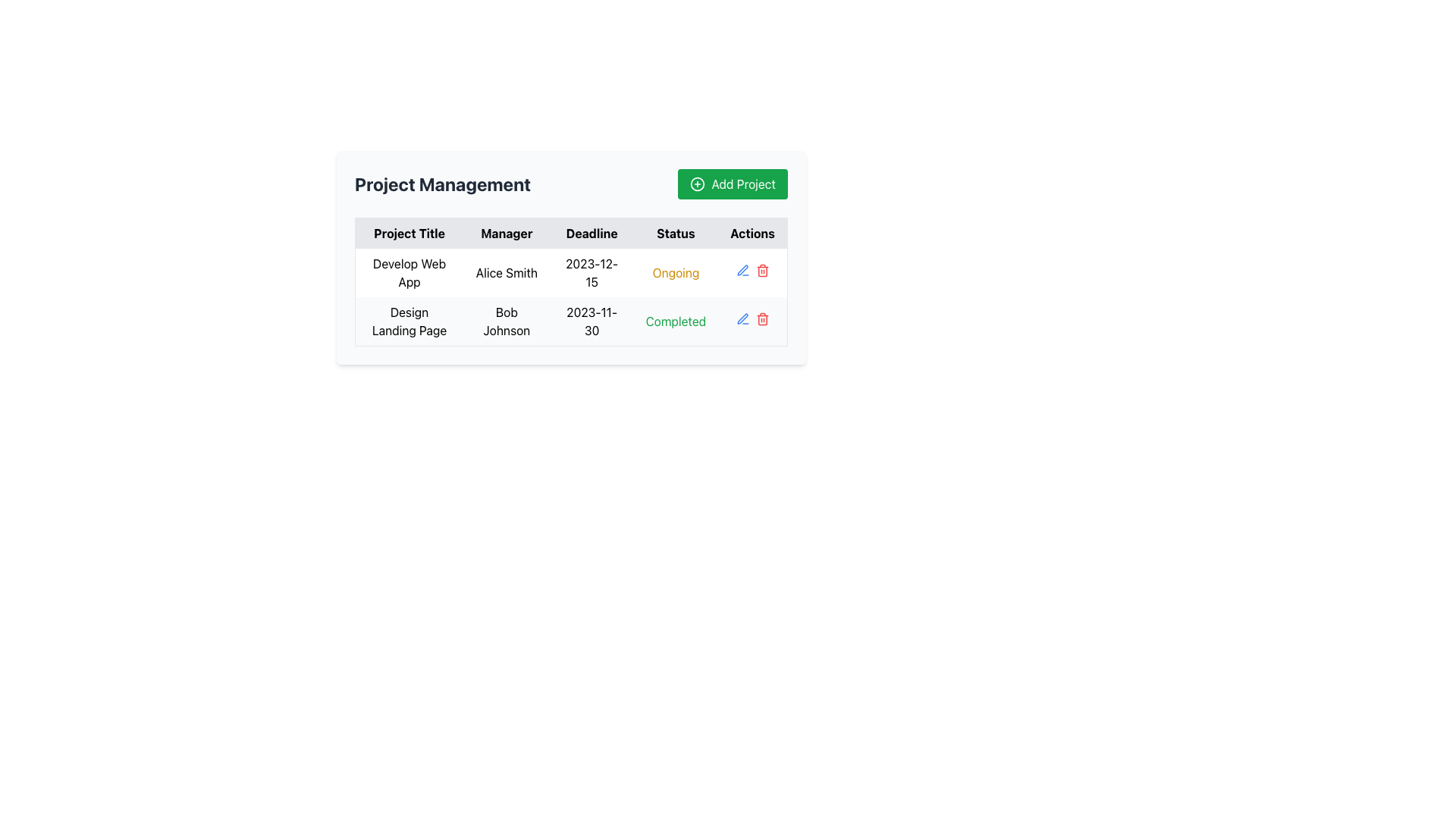  What do you see at coordinates (591, 321) in the screenshot?
I see `the date display showing '2023-11-30' in the 'Deadline' column of the project information table for 'Design Landing Page' managed by Bob Johnson` at bounding box center [591, 321].